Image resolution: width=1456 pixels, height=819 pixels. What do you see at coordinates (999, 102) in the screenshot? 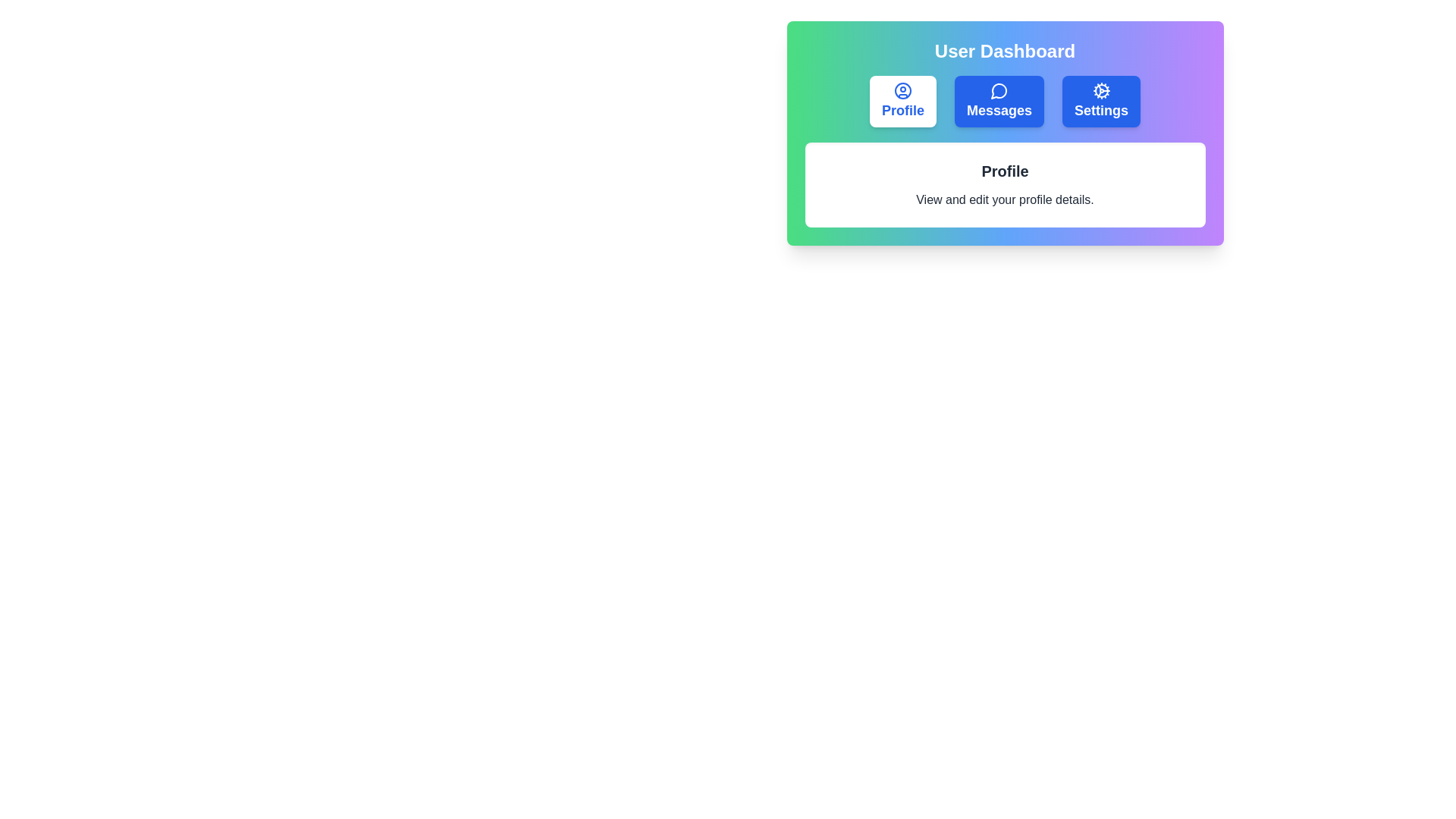
I see `the central decorative label of the 'Messages' button in the 'User Dashboard' to activate message-related functionality` at bounding box center [999, 102].